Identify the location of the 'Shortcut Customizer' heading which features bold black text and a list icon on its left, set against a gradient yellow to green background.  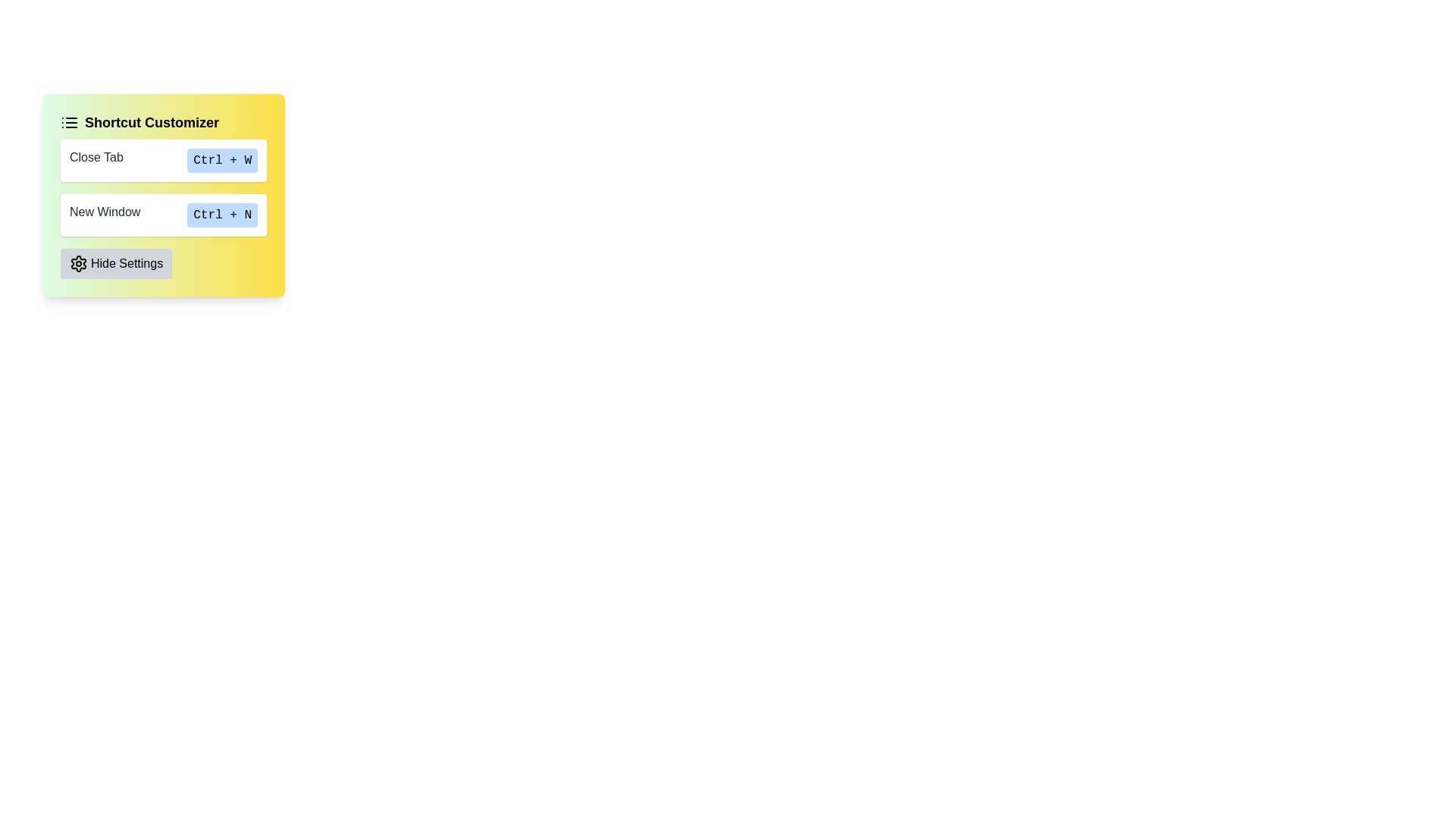
(164, 122).